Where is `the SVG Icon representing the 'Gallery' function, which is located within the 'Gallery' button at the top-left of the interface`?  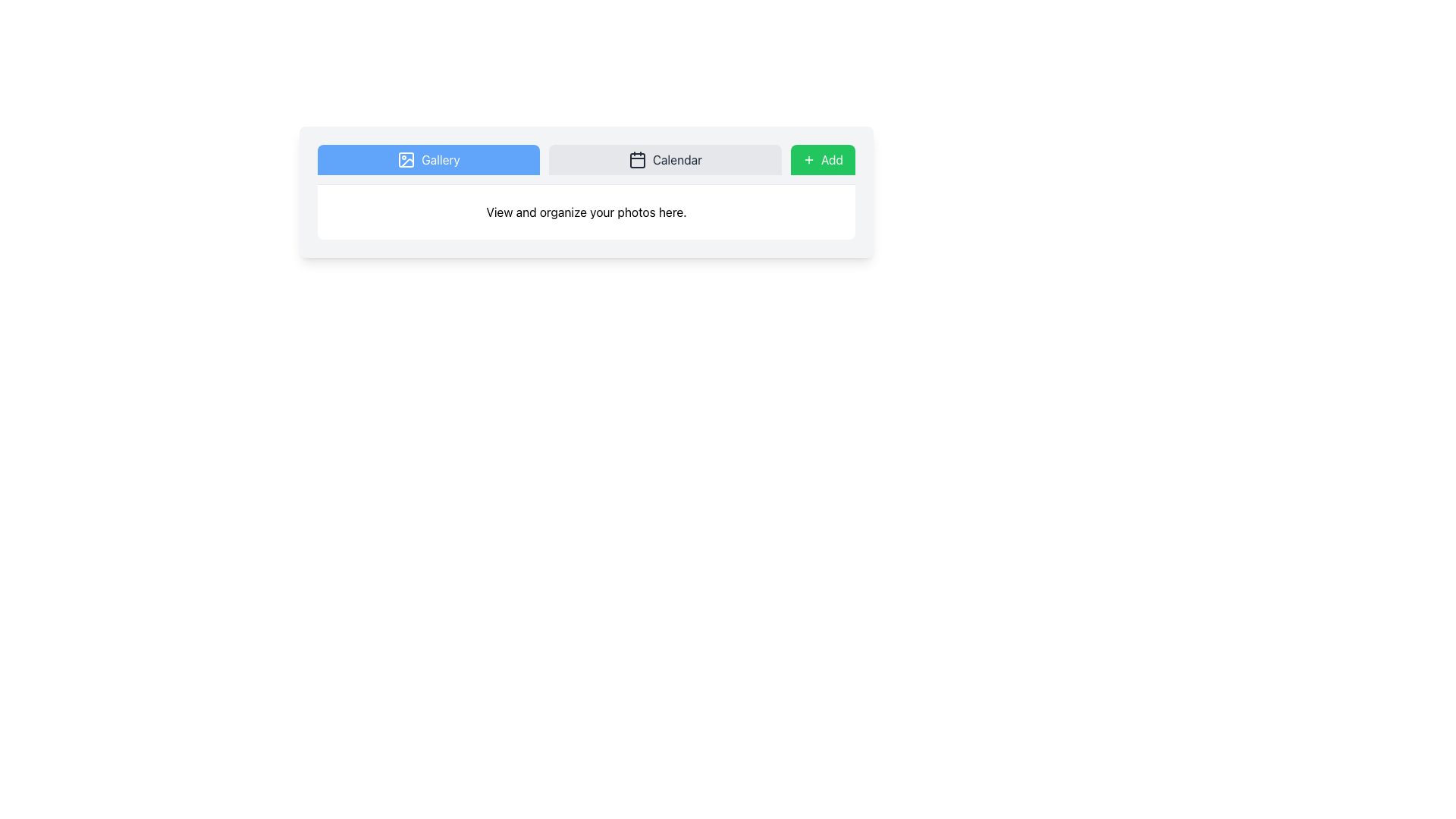 the SVG Icon representing the 'Gallery' function, which is located within the 'Gallery' button at the top-left of the interface is located at coordinates (406, 160).